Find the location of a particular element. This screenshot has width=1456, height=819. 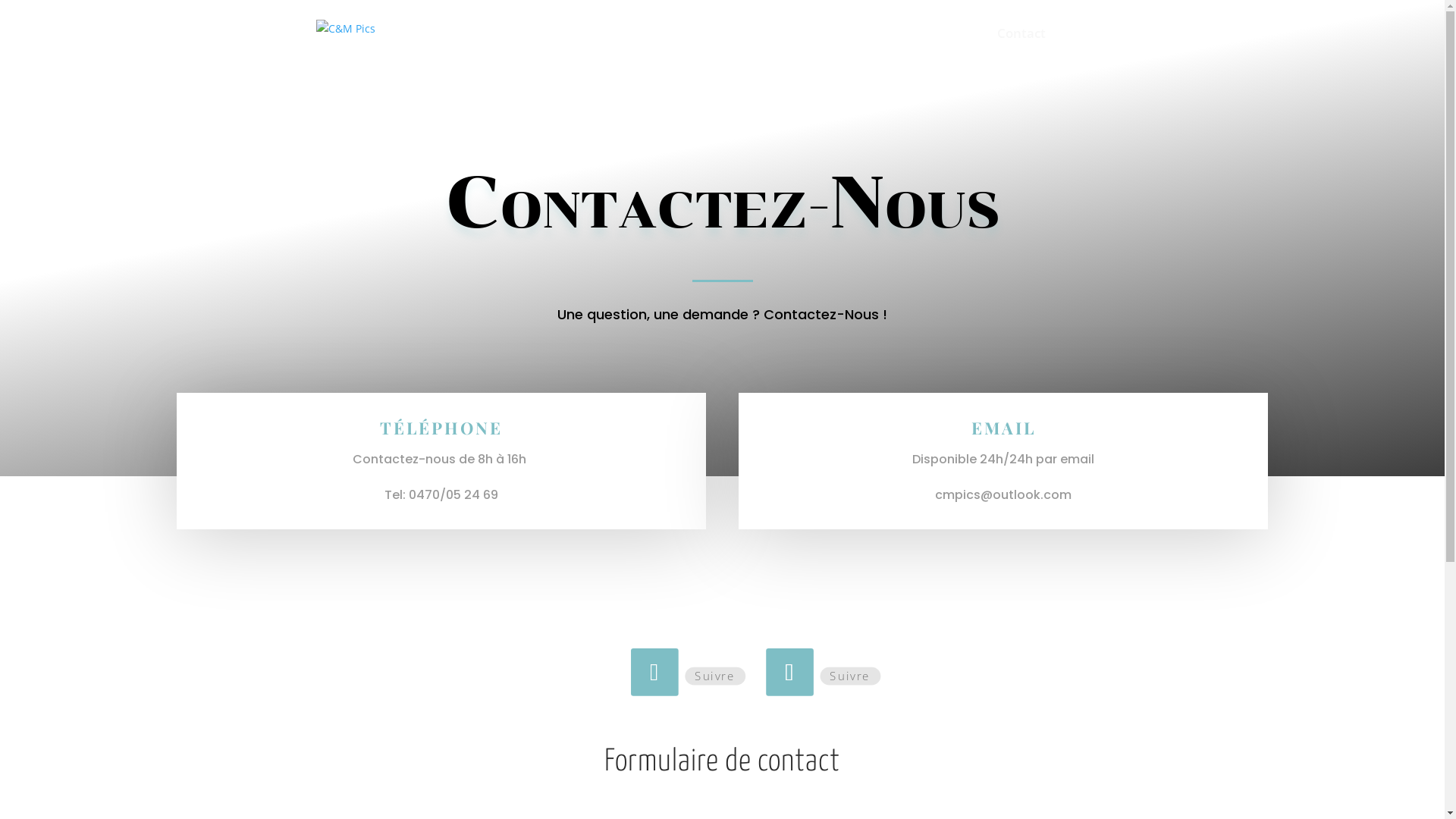

'Contact' is located at coordinates (1020, 46).